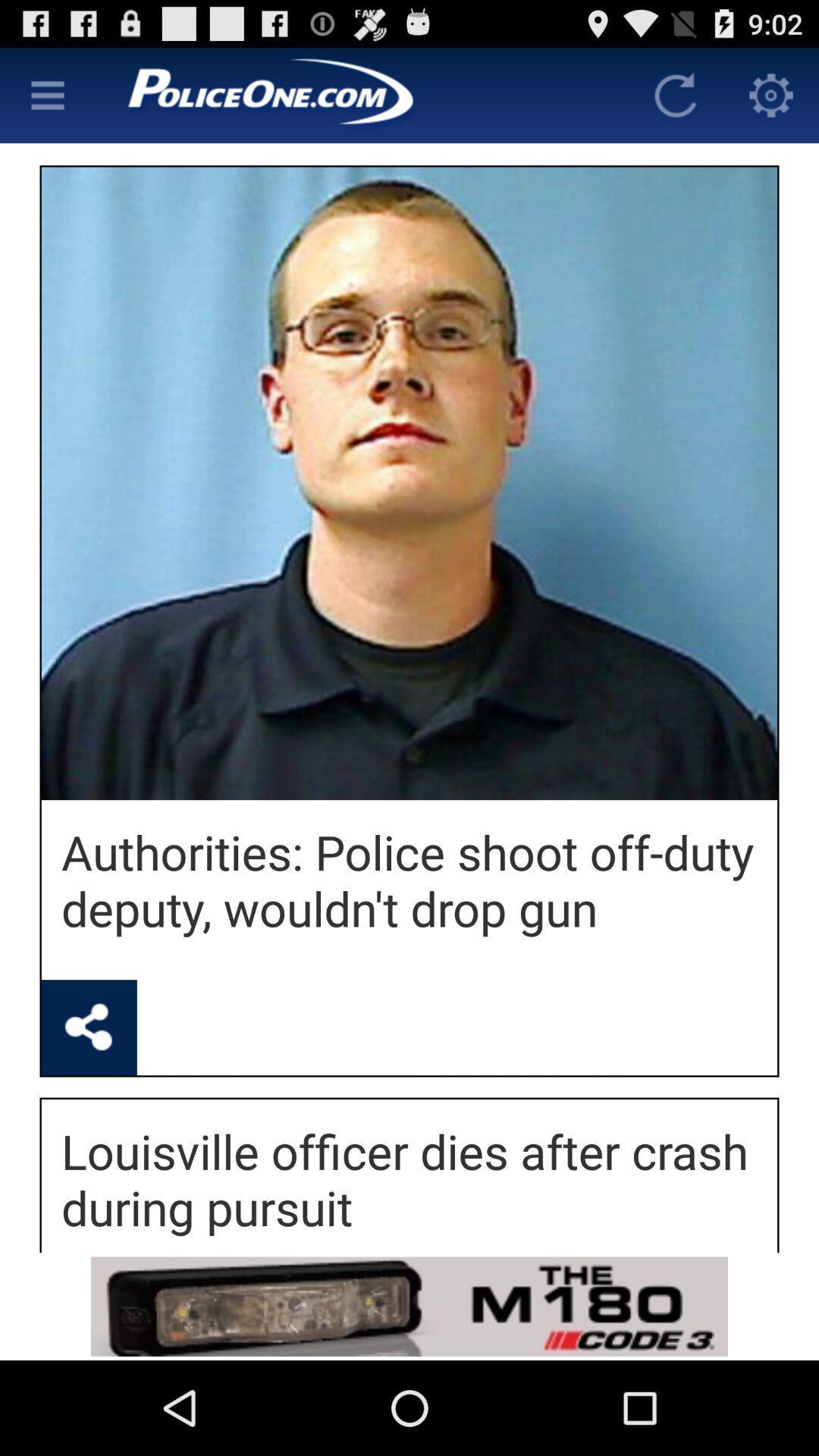 Image resolution: width=819 pixels, height=1456 pixels. Describe the element at coordinates (675, 101) in the screenshot. I see `the refresh icon` at that location.